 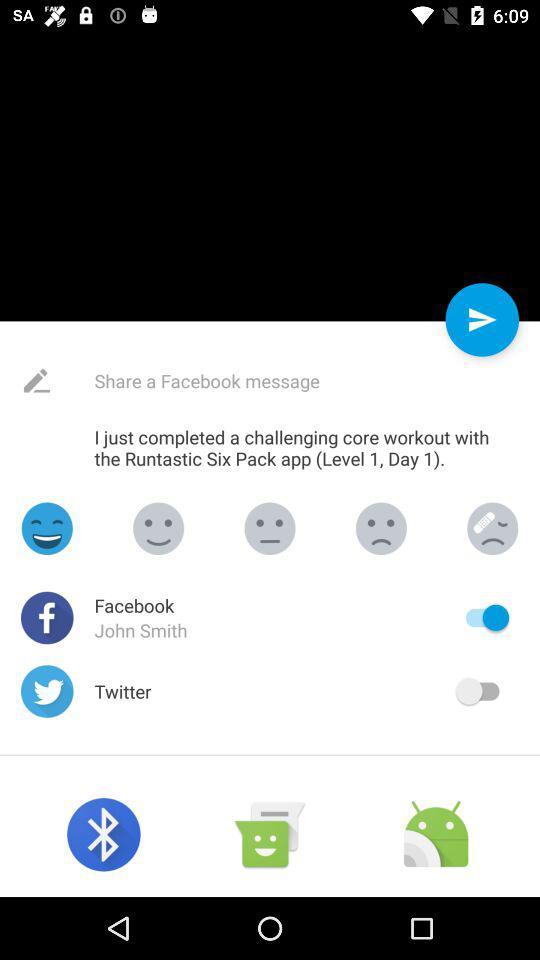 What do you see at coordinates (481, 616) in the screenshot?
I see `sharing with facebook` at bounding box center [481, 616].